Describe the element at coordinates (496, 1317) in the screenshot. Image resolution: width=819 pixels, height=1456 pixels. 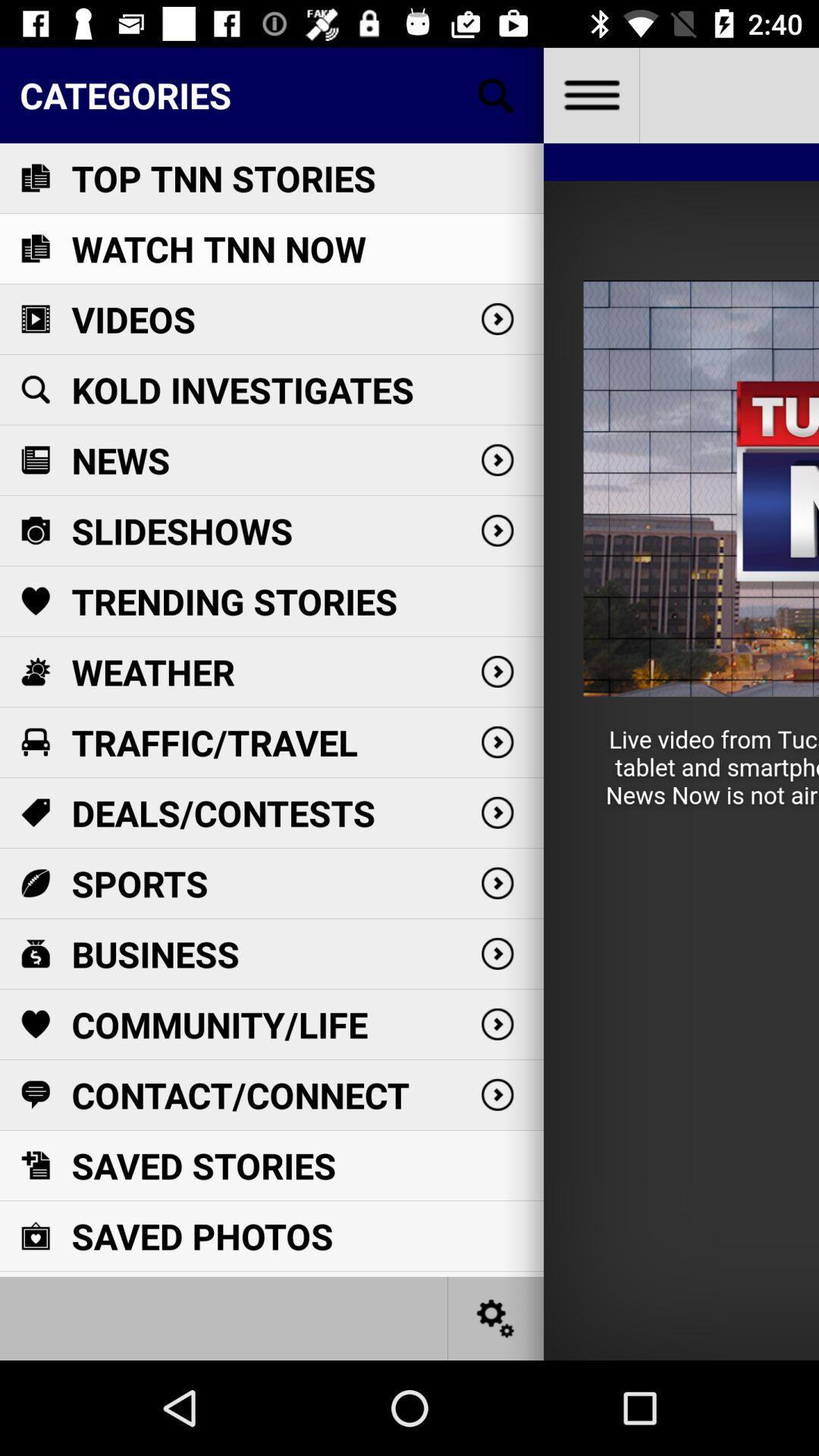
I see `the settings icon` at that location.